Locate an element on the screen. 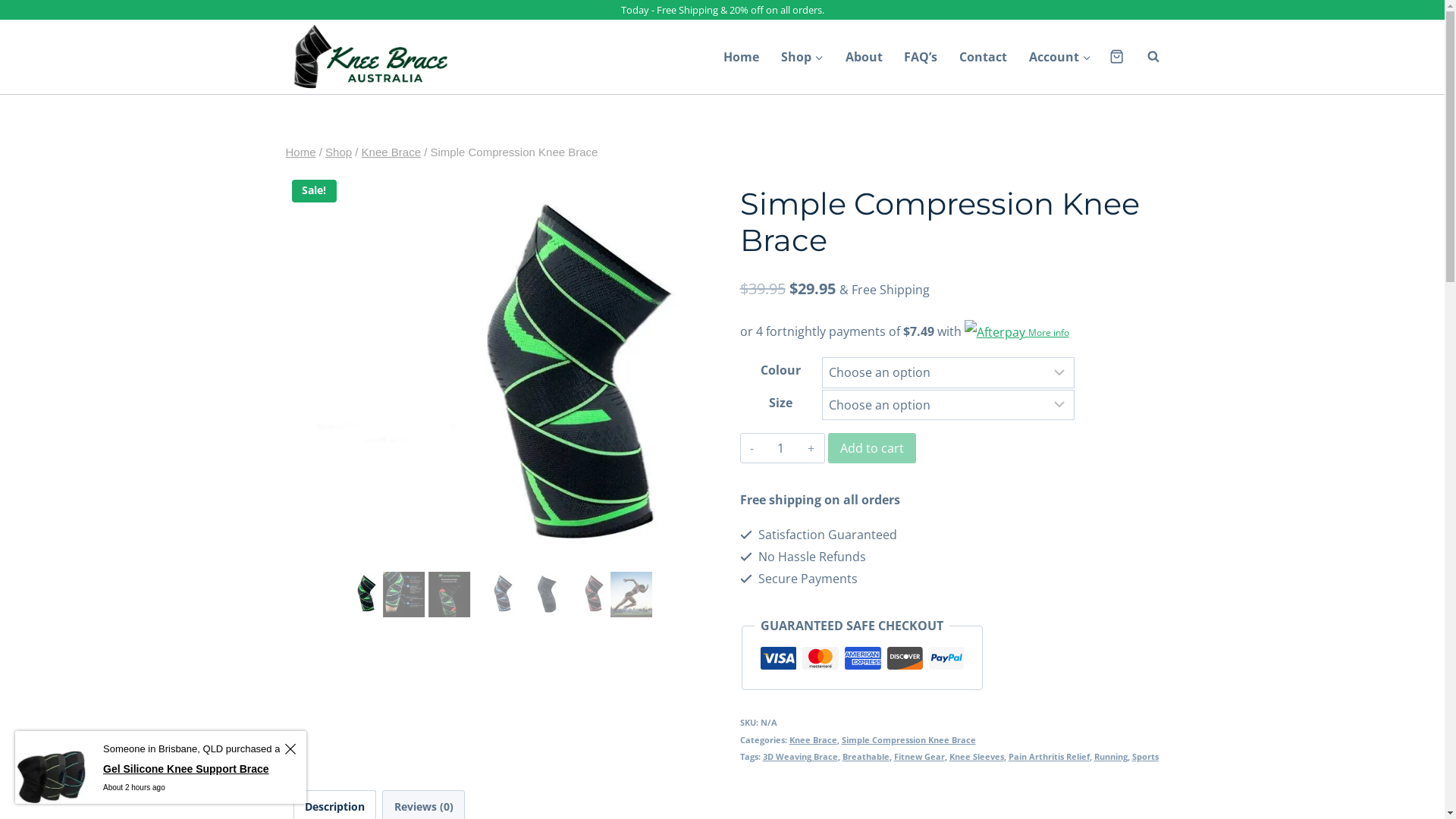 This screenshot has width=1456, height=819. 'Simple Compression Knee Brace' is located at coordinates (840, 739).